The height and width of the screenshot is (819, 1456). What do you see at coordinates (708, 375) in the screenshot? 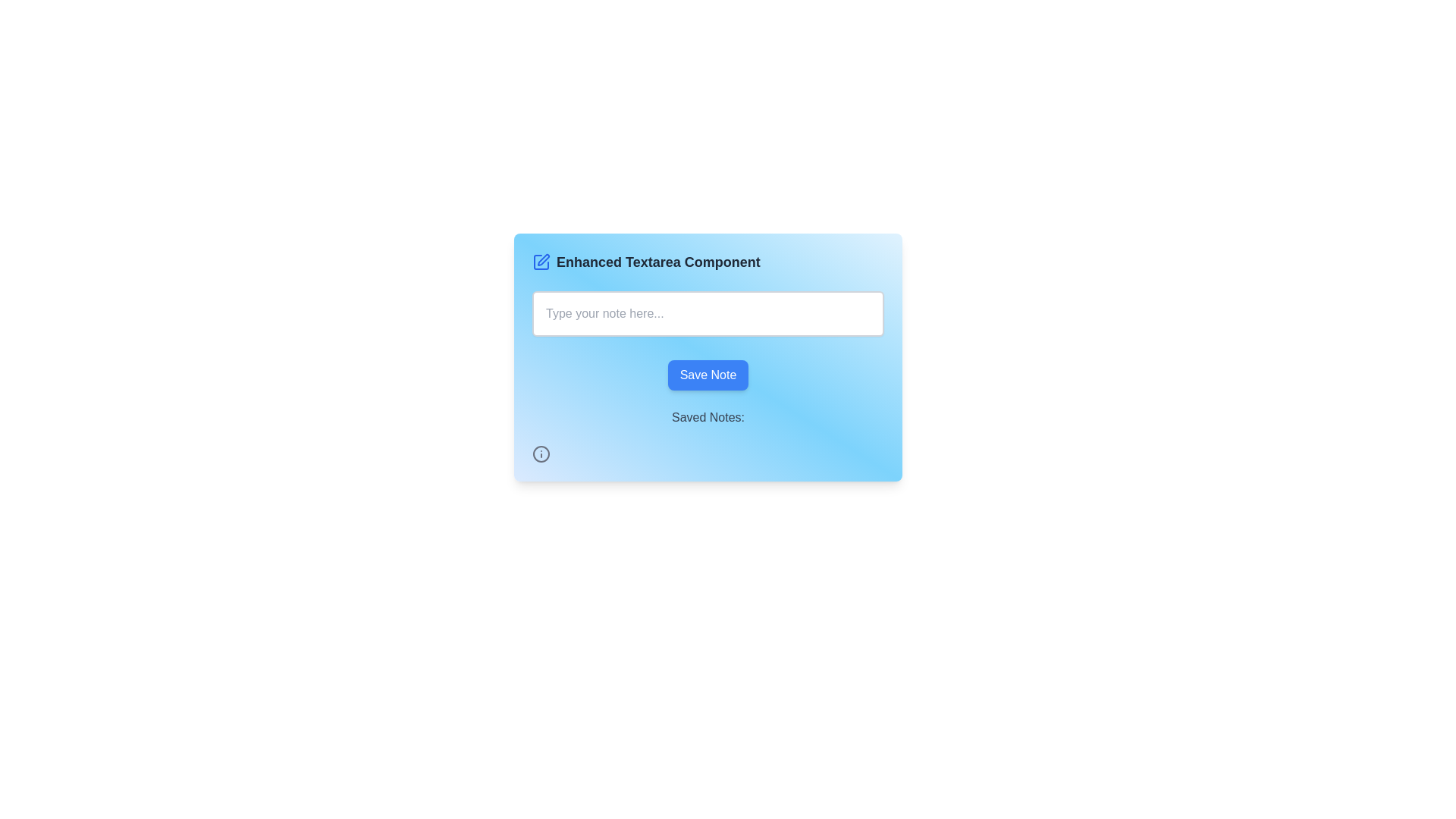
I see `the save button located at the bottom-center of the card-like section with a gradient blue background` at bounding box center [708, 375].